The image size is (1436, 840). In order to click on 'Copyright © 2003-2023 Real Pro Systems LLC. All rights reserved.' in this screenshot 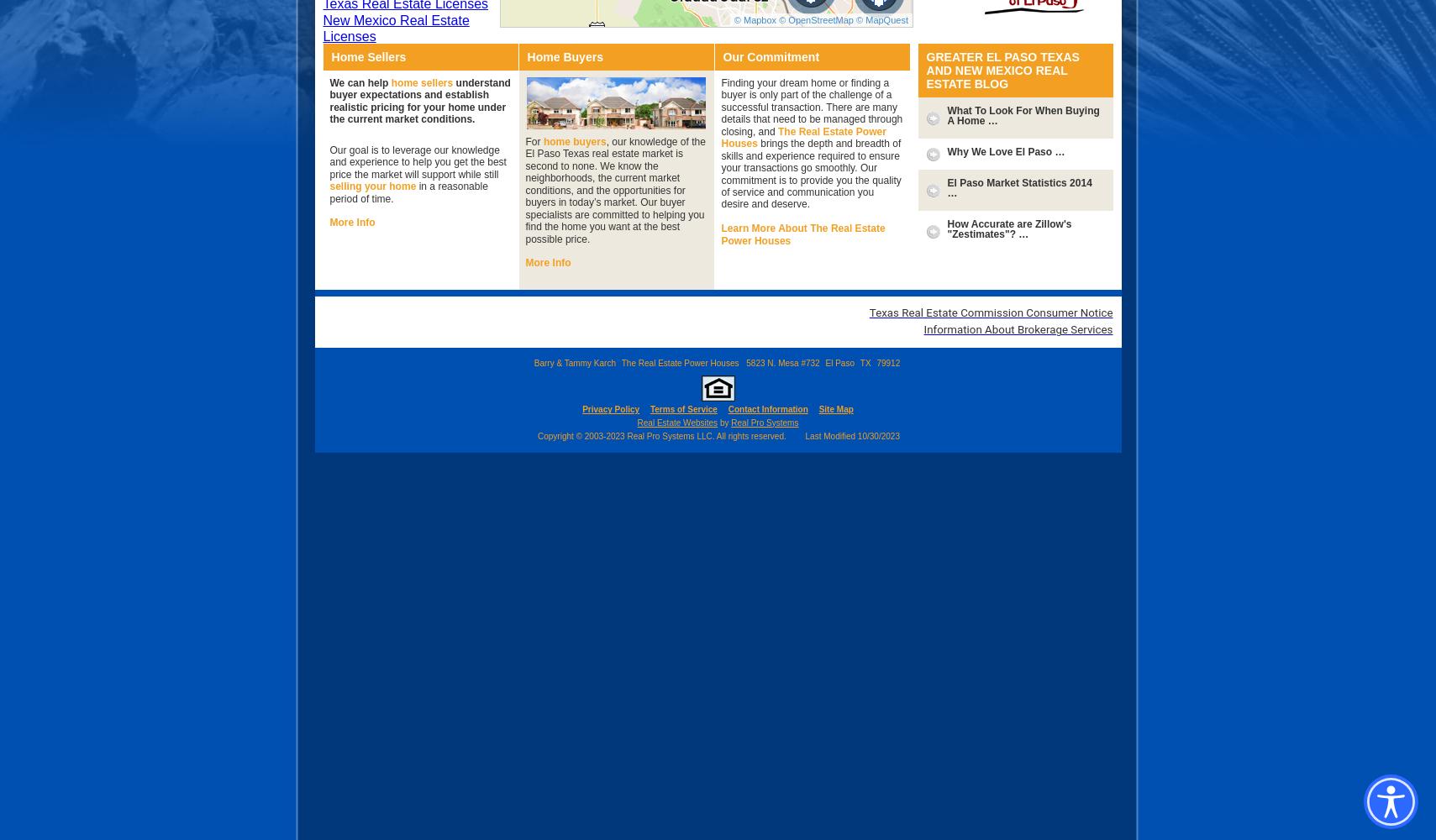, I will do `click(535, 435)`.